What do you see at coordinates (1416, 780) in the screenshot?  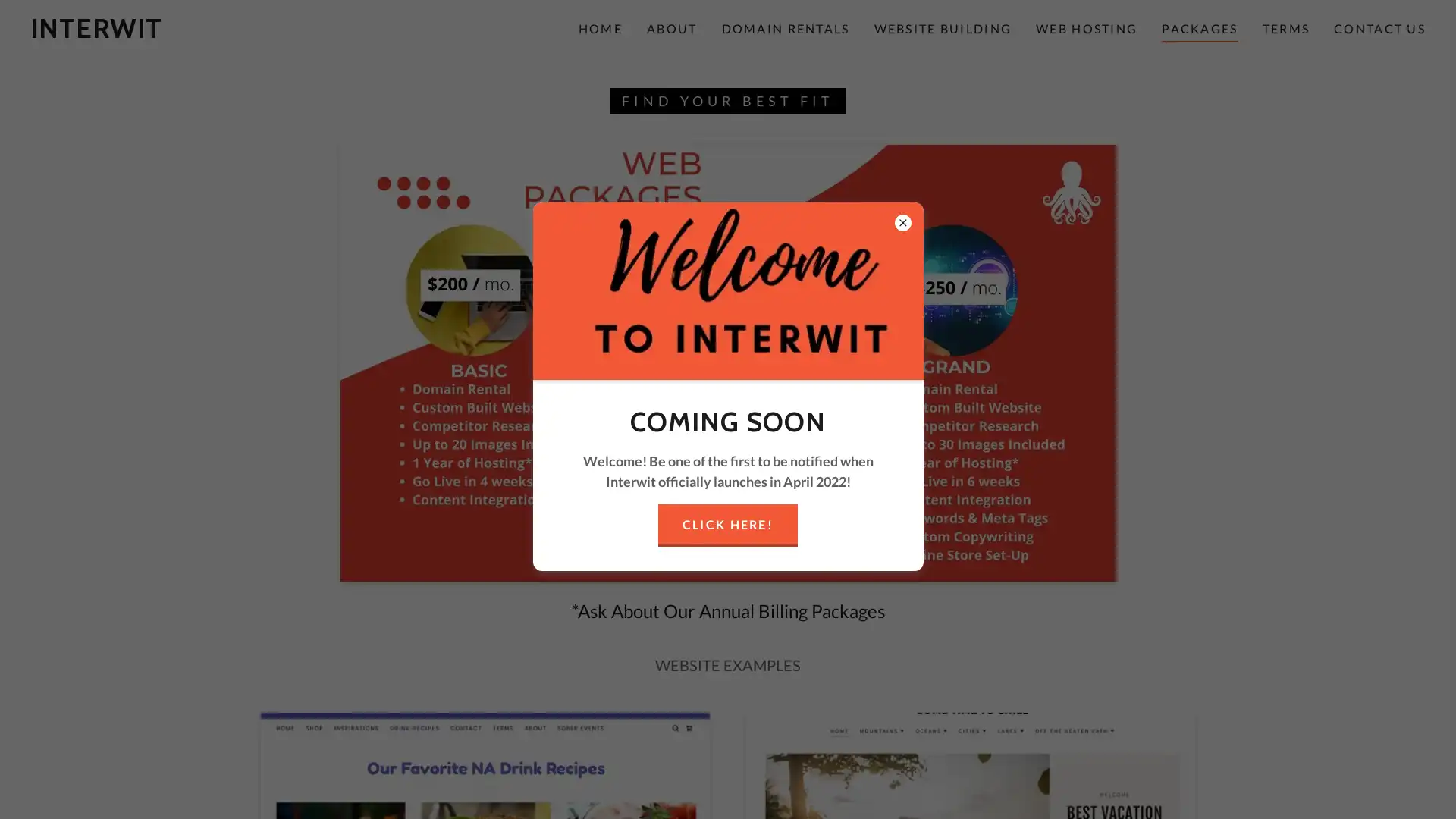 I see `Chat widget toggle` at bounding box center [1416, 780].